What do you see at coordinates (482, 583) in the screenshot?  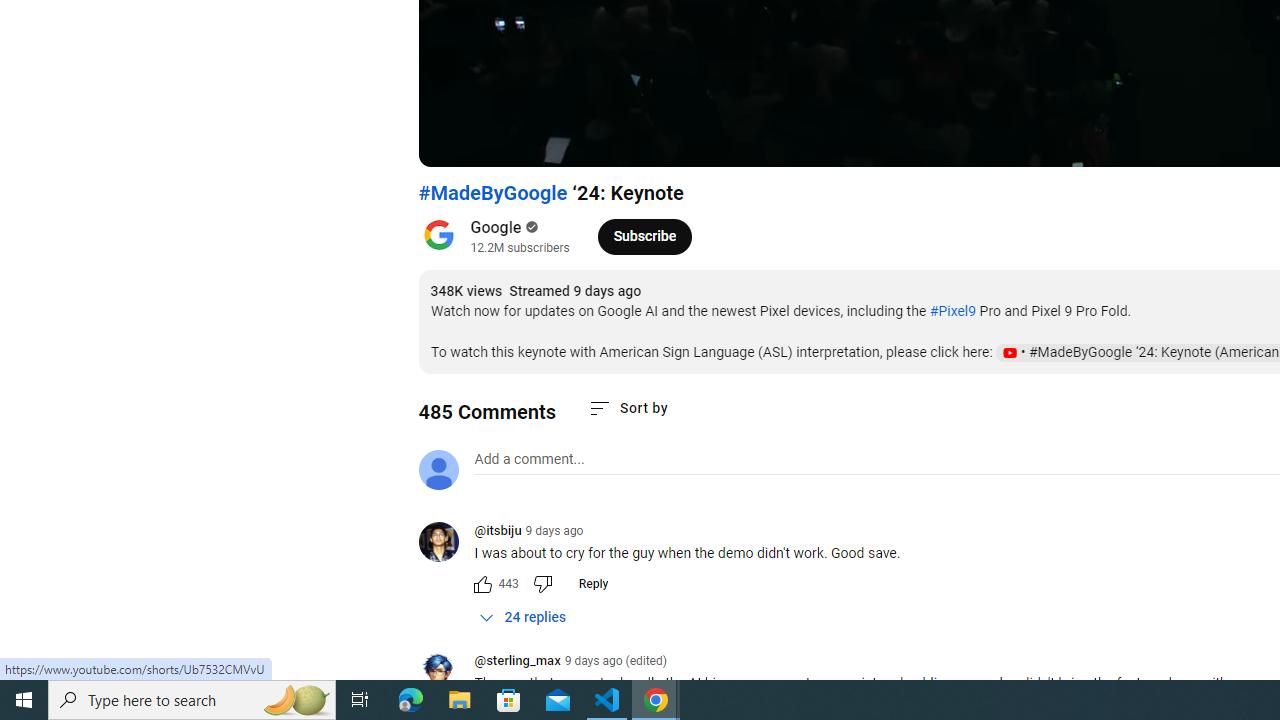 I see `'Like this comment along with 443 other people'` at bounding box center [482, 583].